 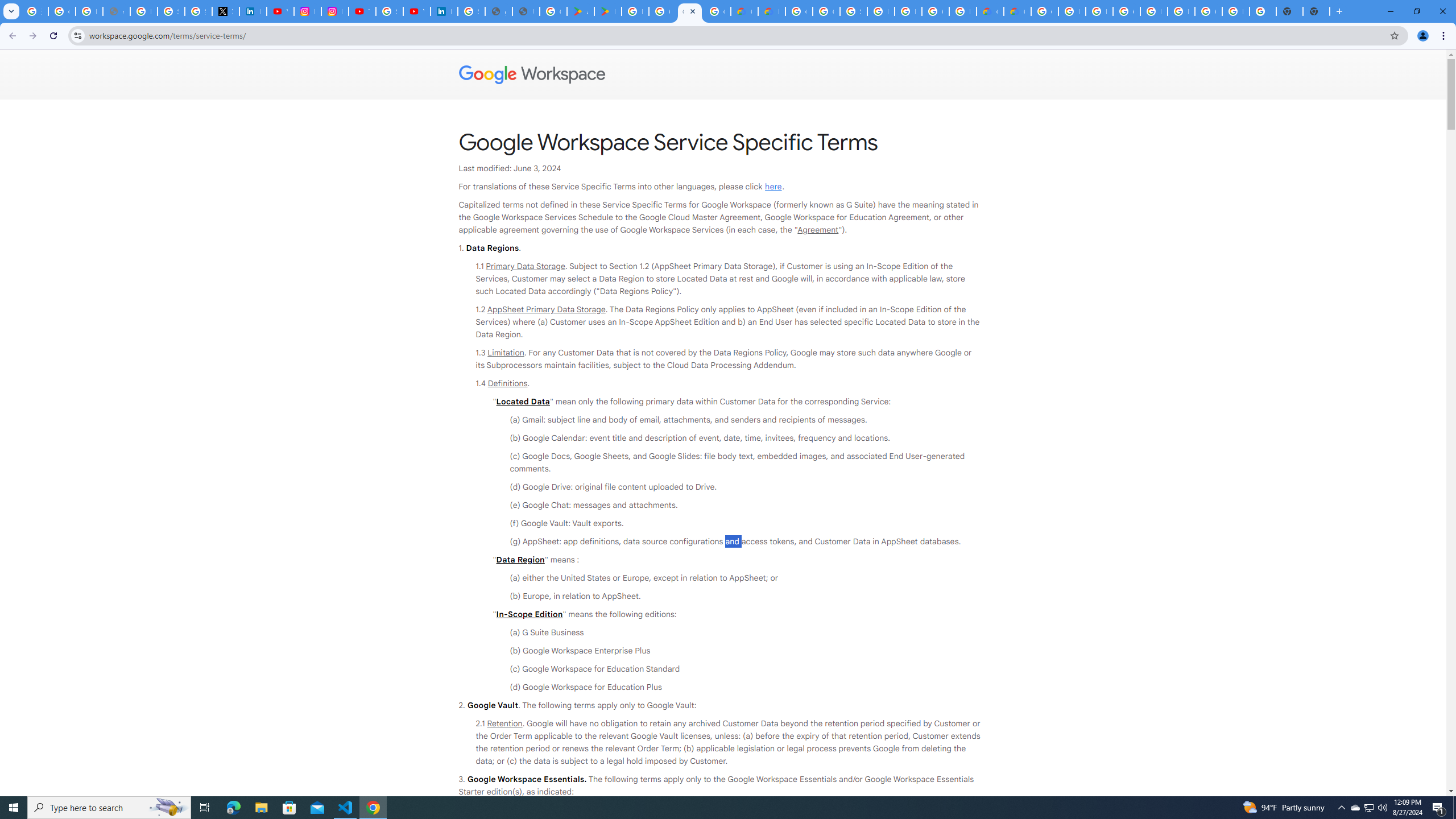 What do you see at coordinates (143, 11) in the screenshot?
I see `'Privacy Help Center - Policies Help'` at bounding box center [143, 11].